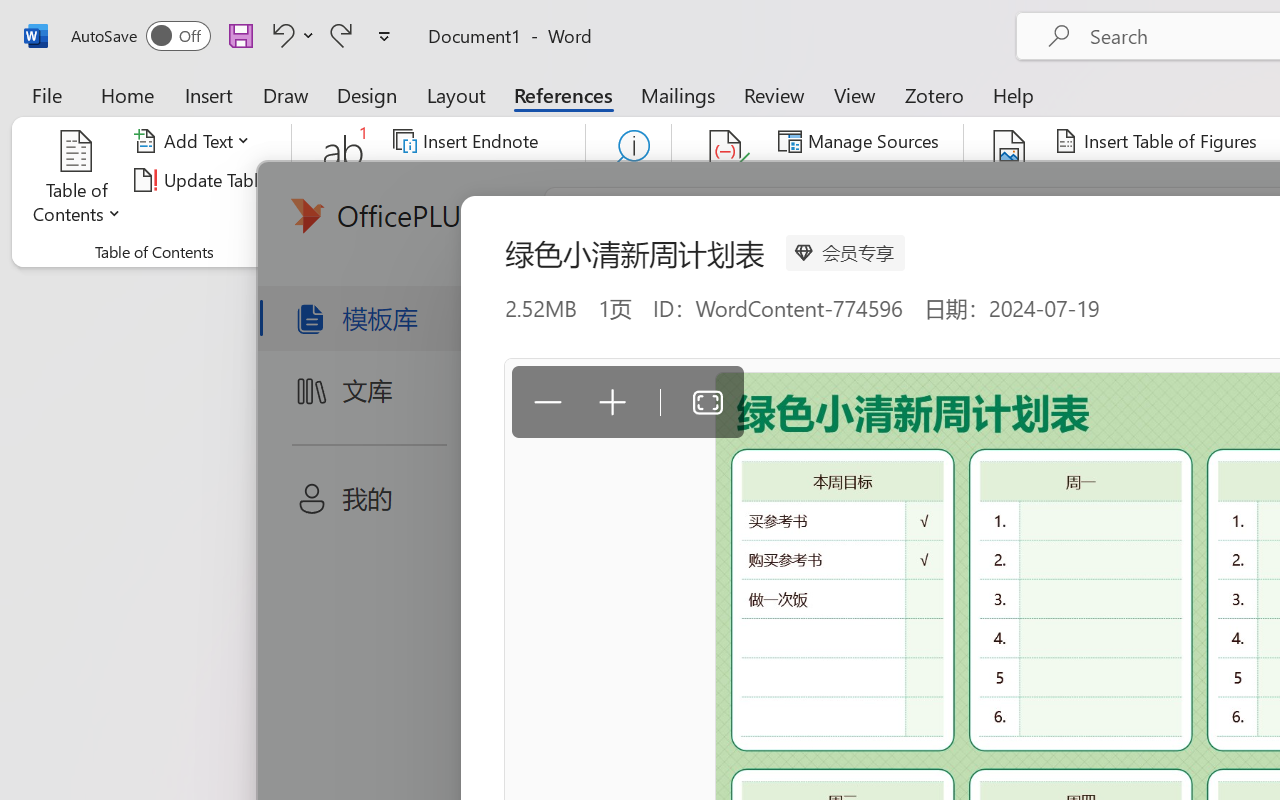 The height and width of the screenshot is (800, 1280). I want to click on 'Undo Apply Quick Style Set', so click(279, 34).